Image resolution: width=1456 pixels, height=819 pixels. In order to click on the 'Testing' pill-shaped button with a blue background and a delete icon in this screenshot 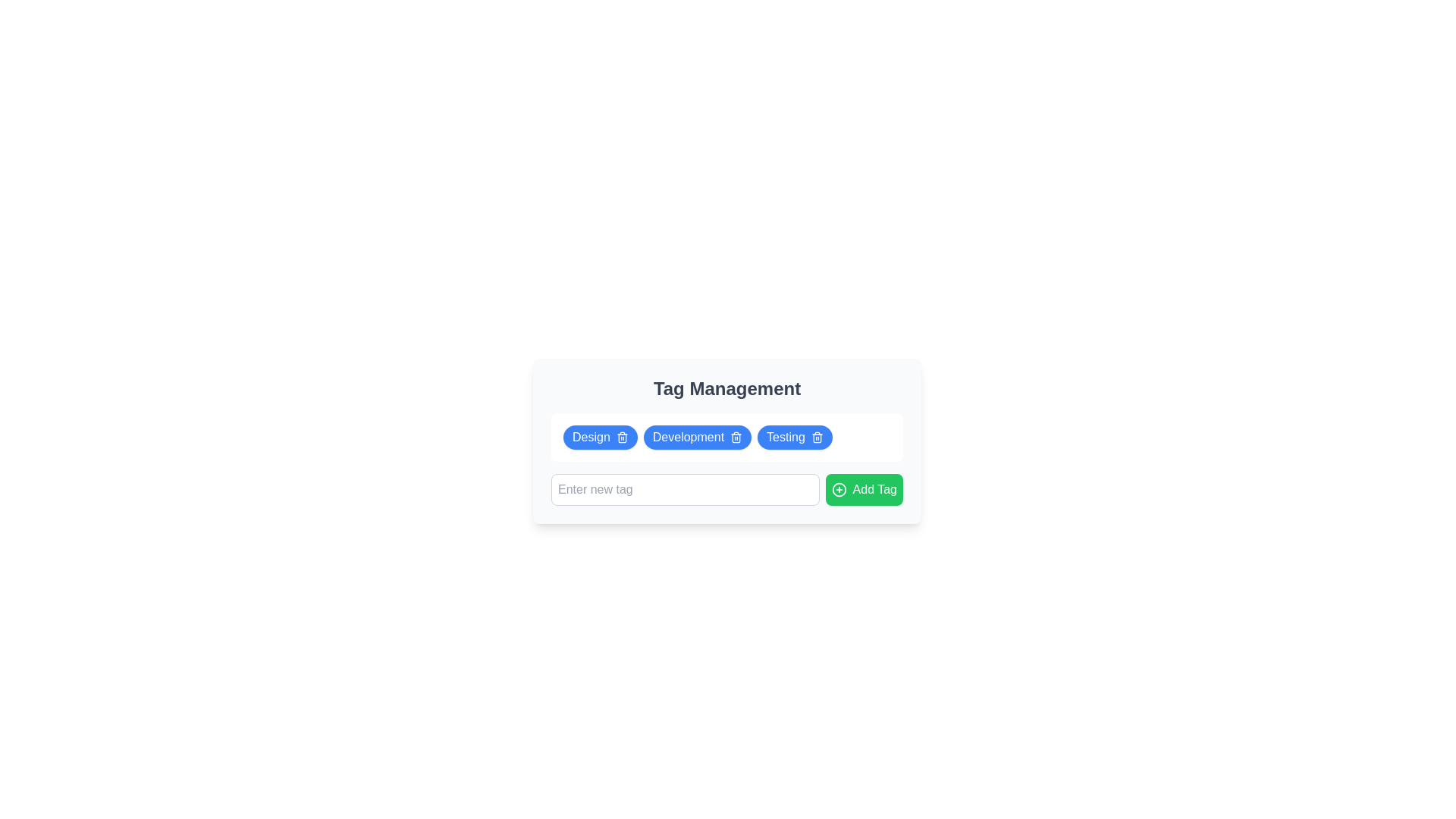, I will do `click(794, 438)`.